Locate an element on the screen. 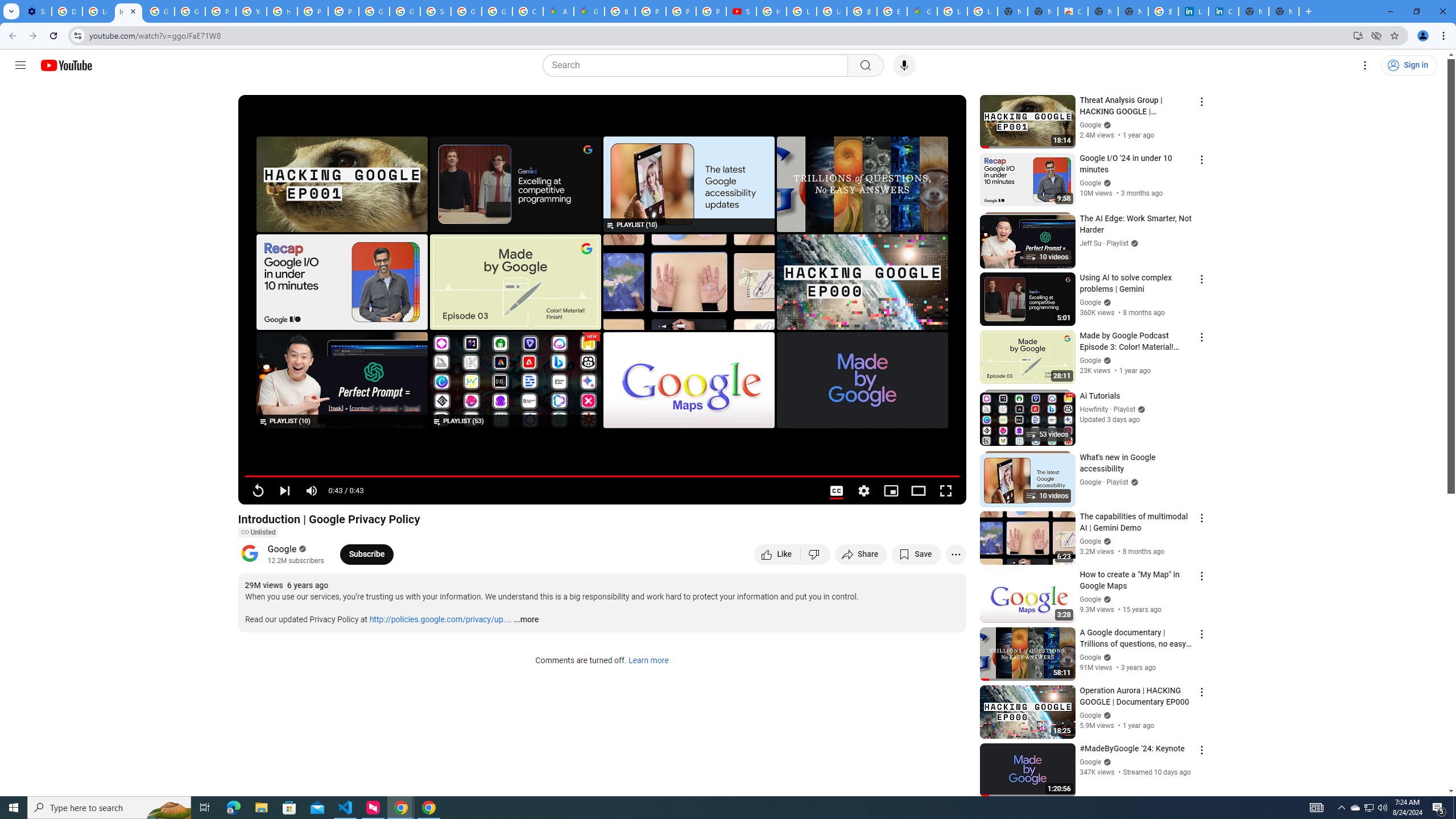  'Explore new street-level details - Google Maps Help' is located at coordinates (892, 11).